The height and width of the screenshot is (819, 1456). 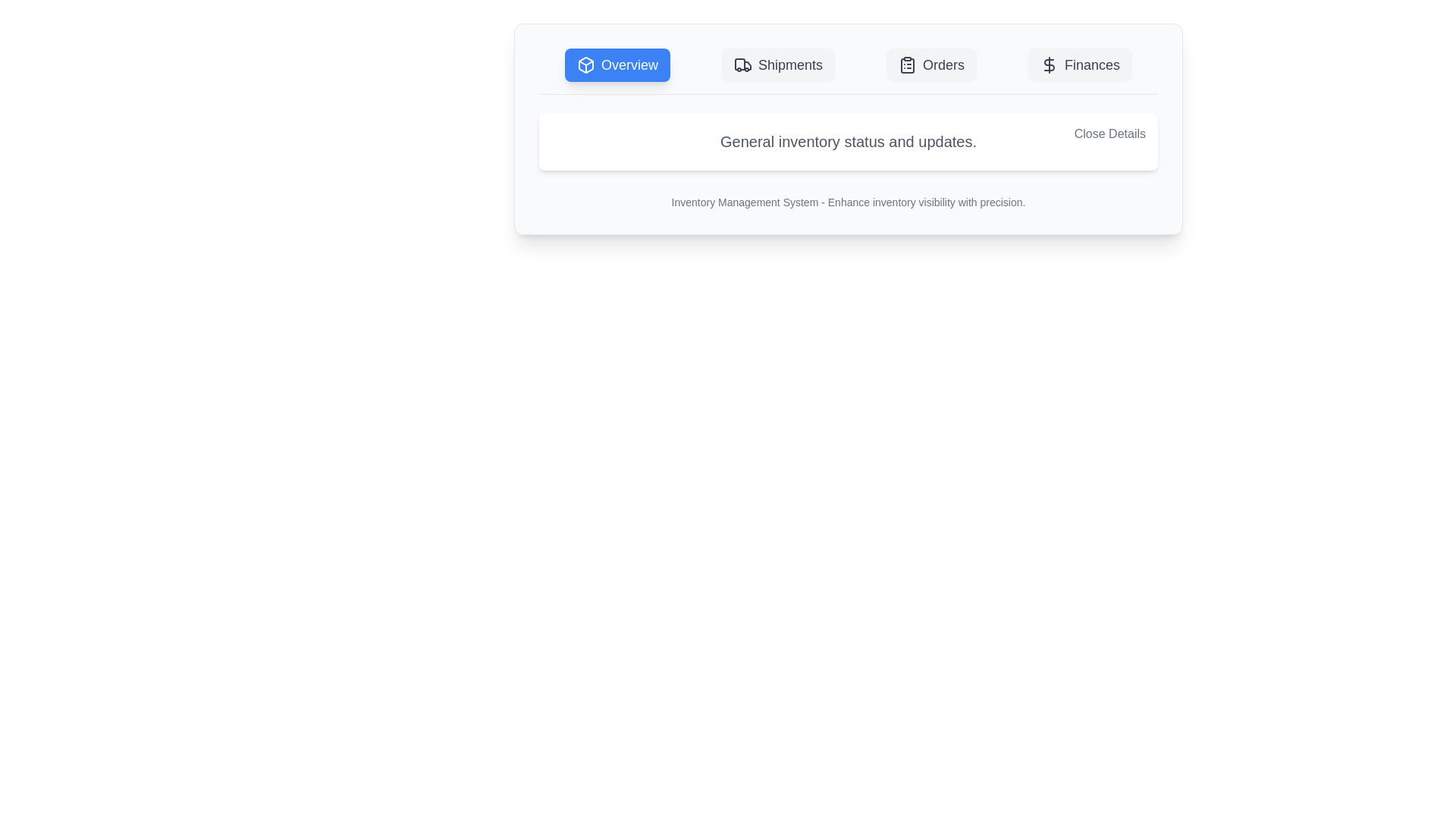 What do you see at coordinates (778, 64) in the screenshot?
I see `the tab labeled Shipments to switch the content view` at bounding box center [778, 64].